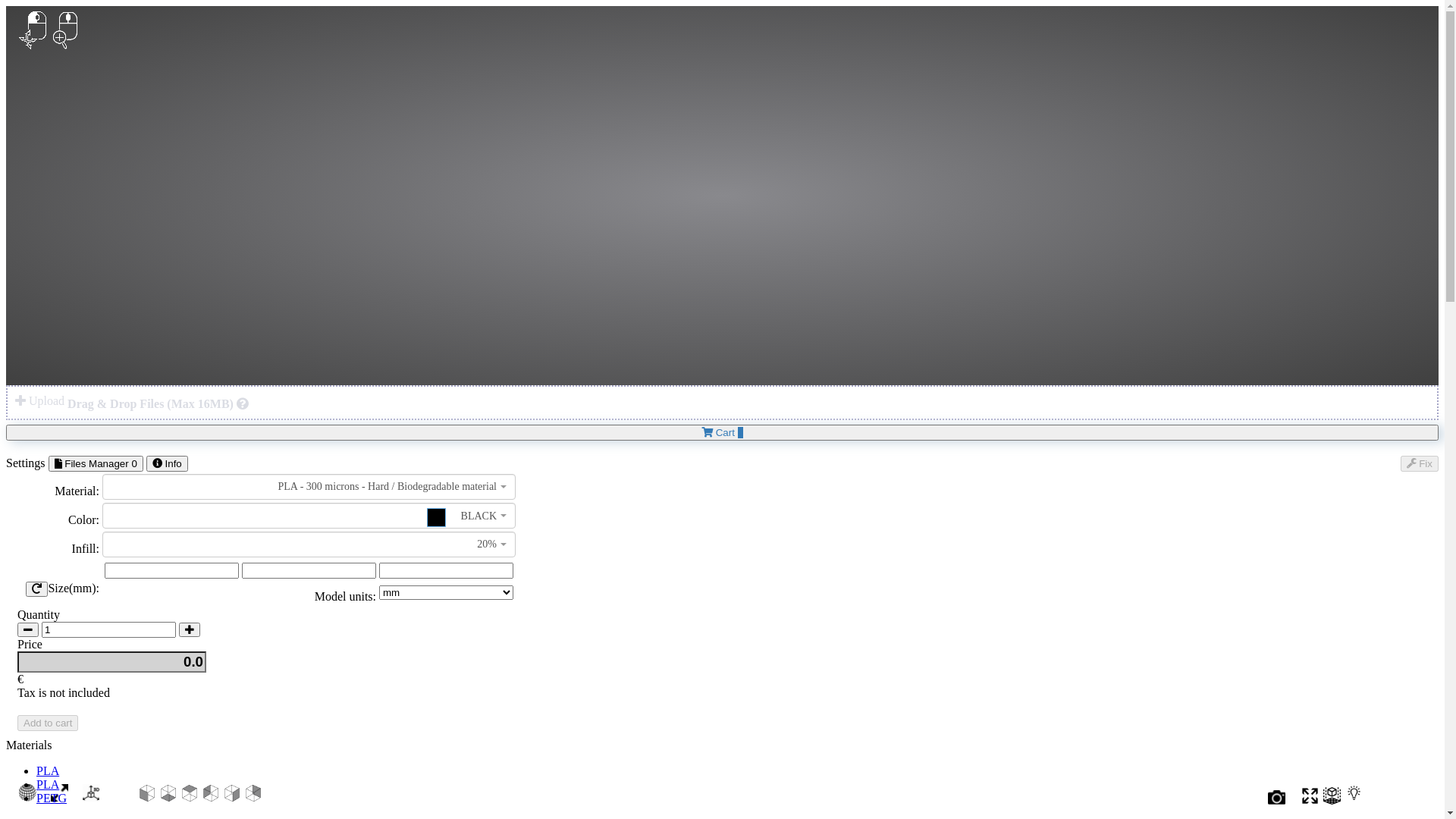  Describe the element at coordinates (47, 770) in the screenshot. I see `'PLA'` at that location.